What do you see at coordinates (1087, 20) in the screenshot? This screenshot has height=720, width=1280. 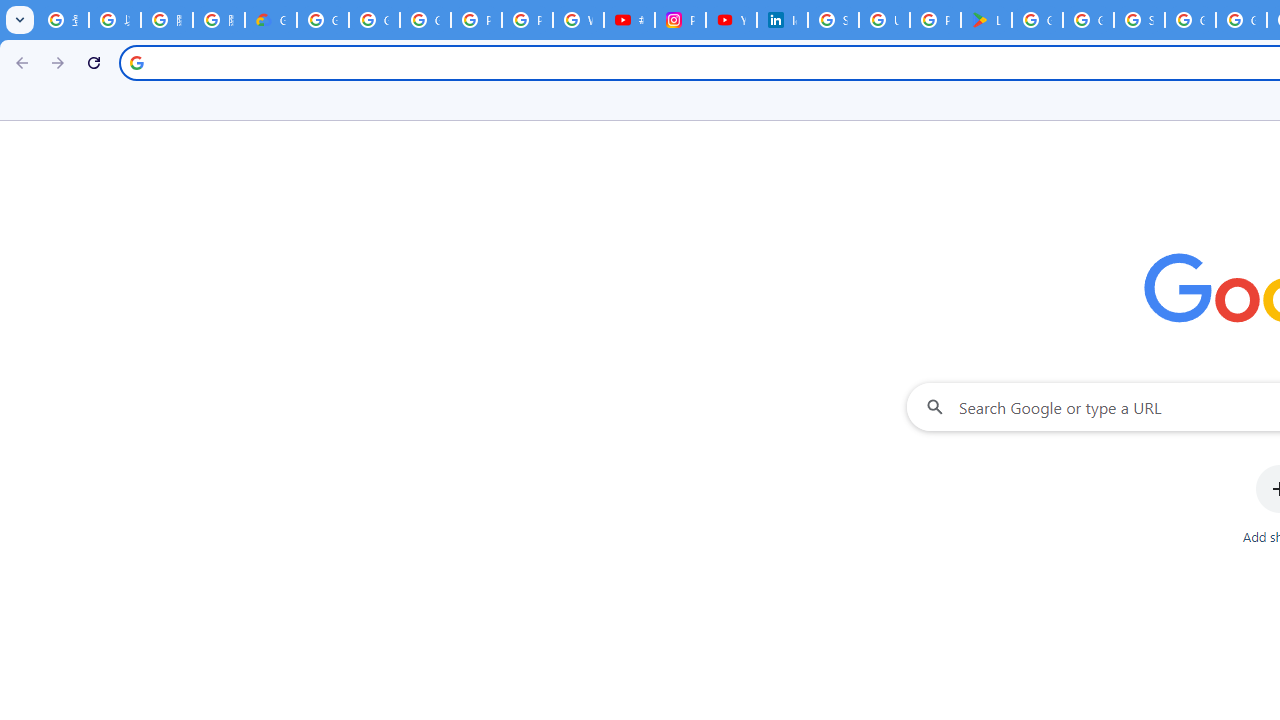 I see `'Google Workspace - Specific Terms'` at bounding box center [1087, 20].